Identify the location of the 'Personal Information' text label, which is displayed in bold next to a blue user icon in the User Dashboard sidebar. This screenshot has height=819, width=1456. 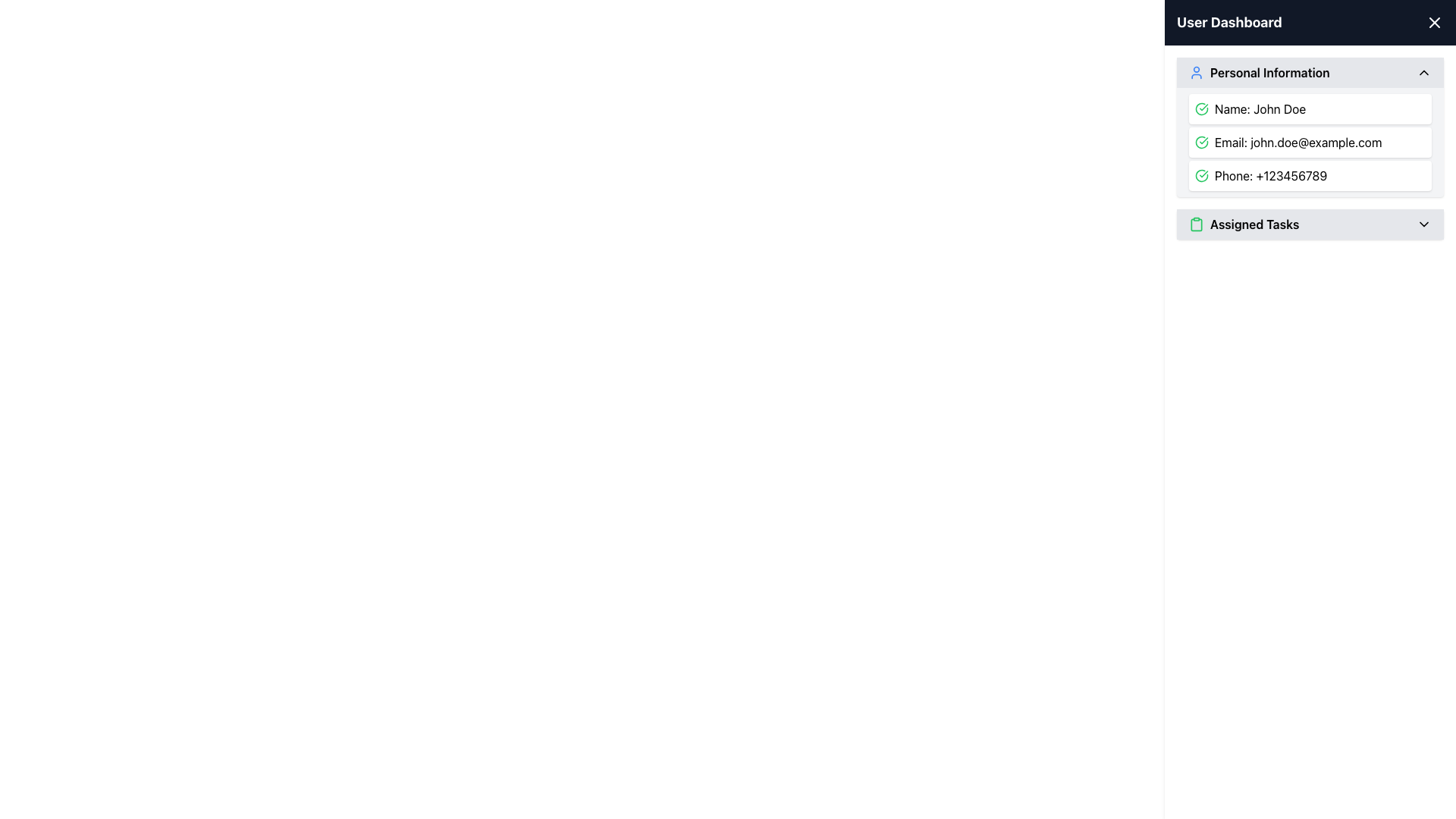
(1269, 73).